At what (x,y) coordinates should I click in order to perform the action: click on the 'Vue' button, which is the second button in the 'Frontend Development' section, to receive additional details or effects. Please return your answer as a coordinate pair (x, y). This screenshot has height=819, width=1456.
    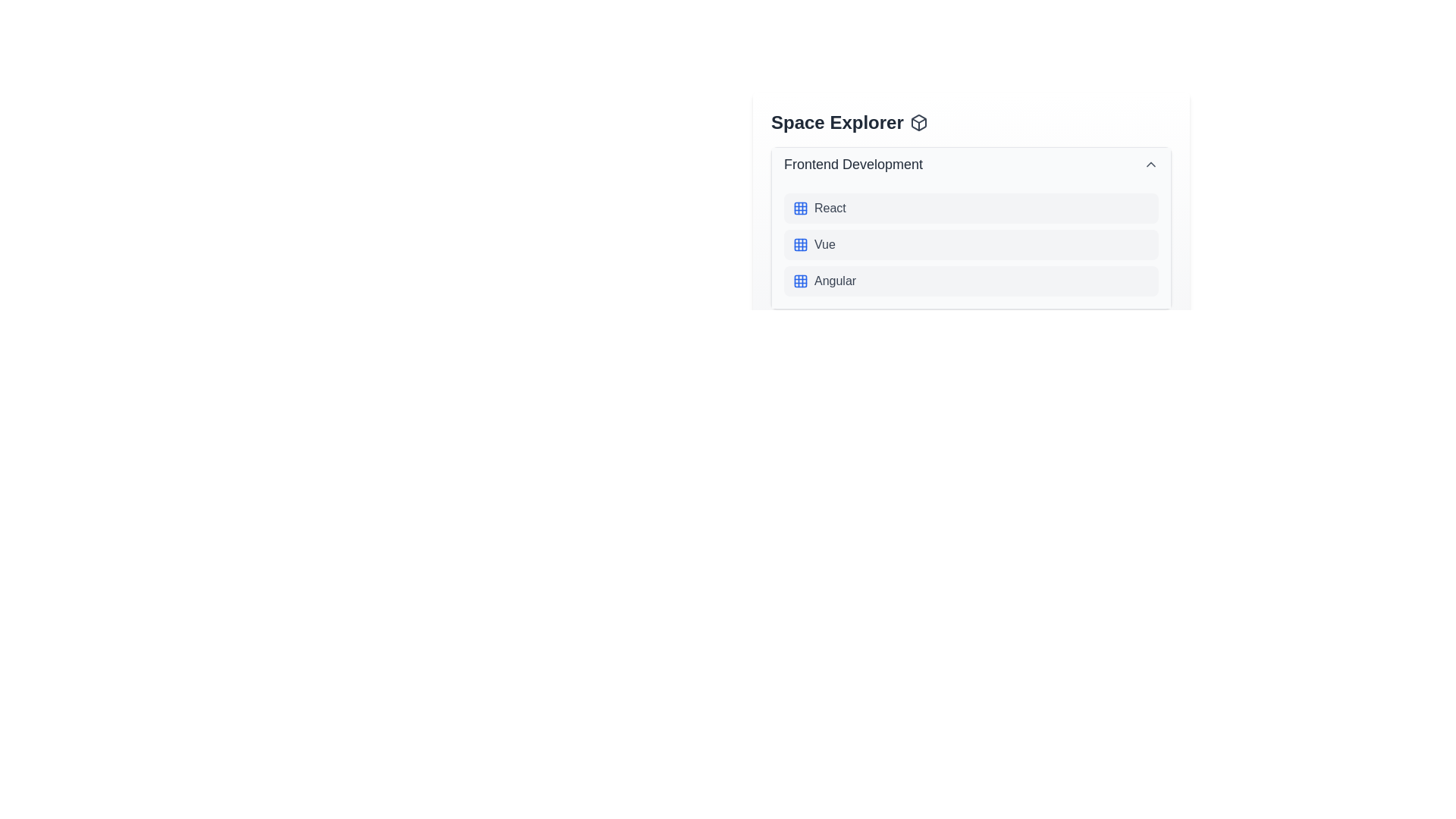
    Looking at the image, I should click on (971, 244).